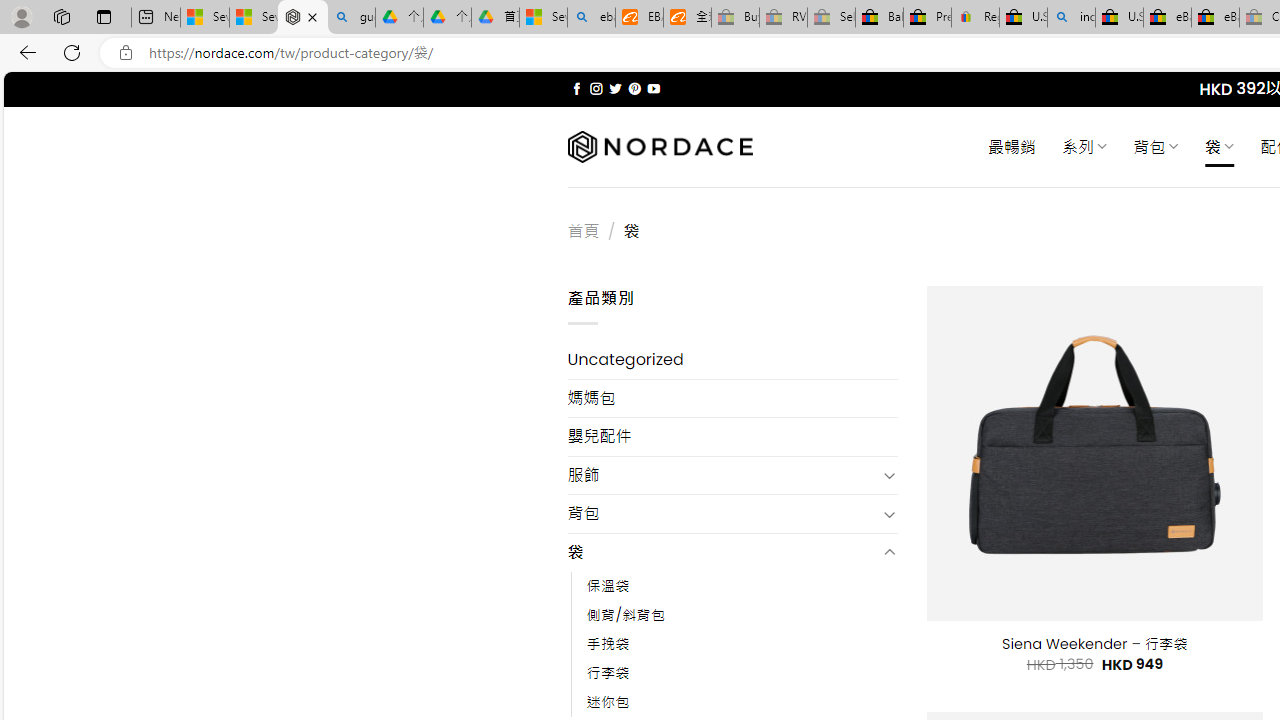 The height and width of the screenshot is (720, 1280). What do you see at coordinates (976, 17) in the screenshot?
I see `'Register: Create a personal eBay account'` at bounding box center [976, 17].